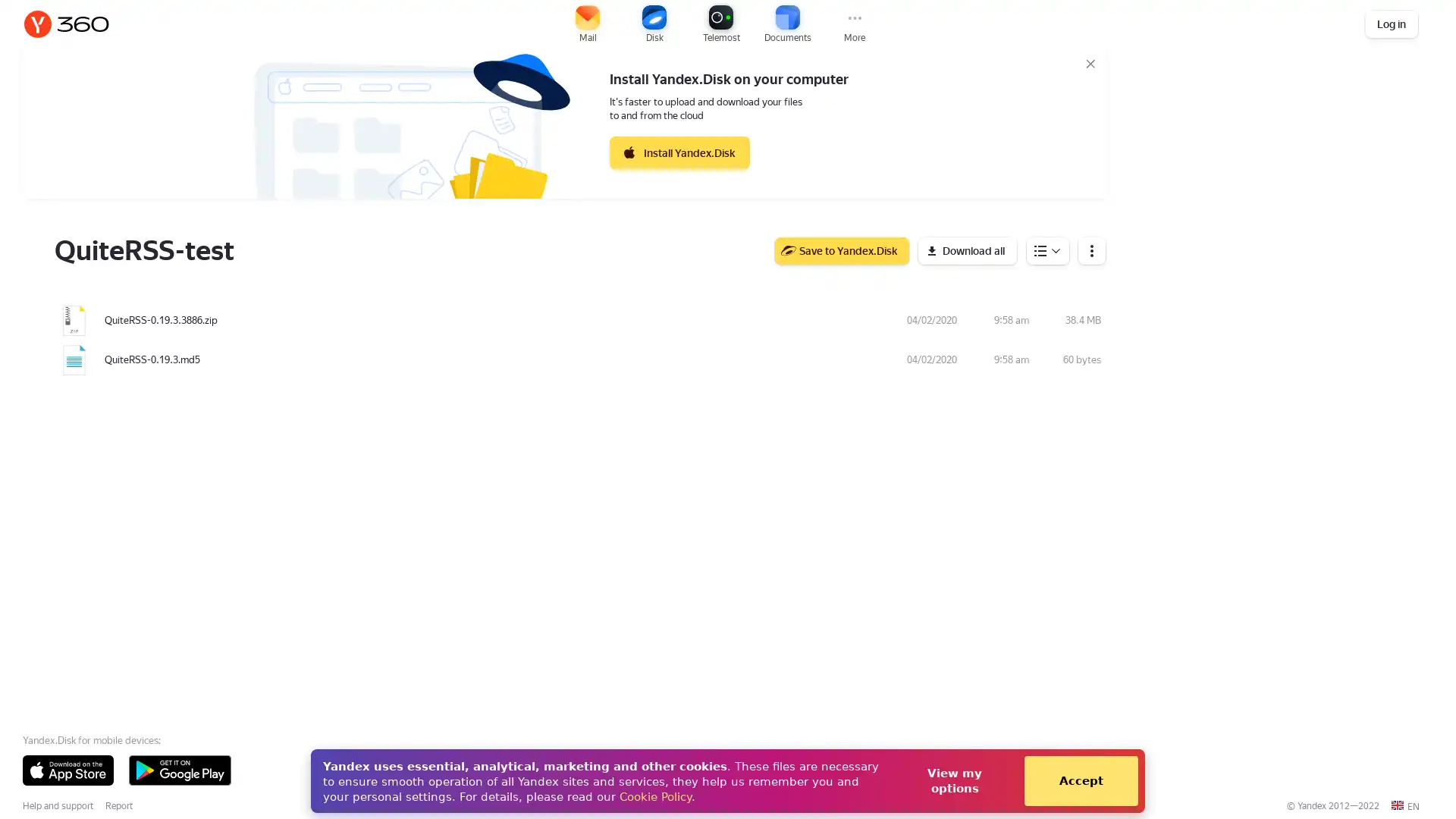  What do you see at coordinates (953, 780) in the screenshot?
I see `View my options` at bounding box center [953, 780].